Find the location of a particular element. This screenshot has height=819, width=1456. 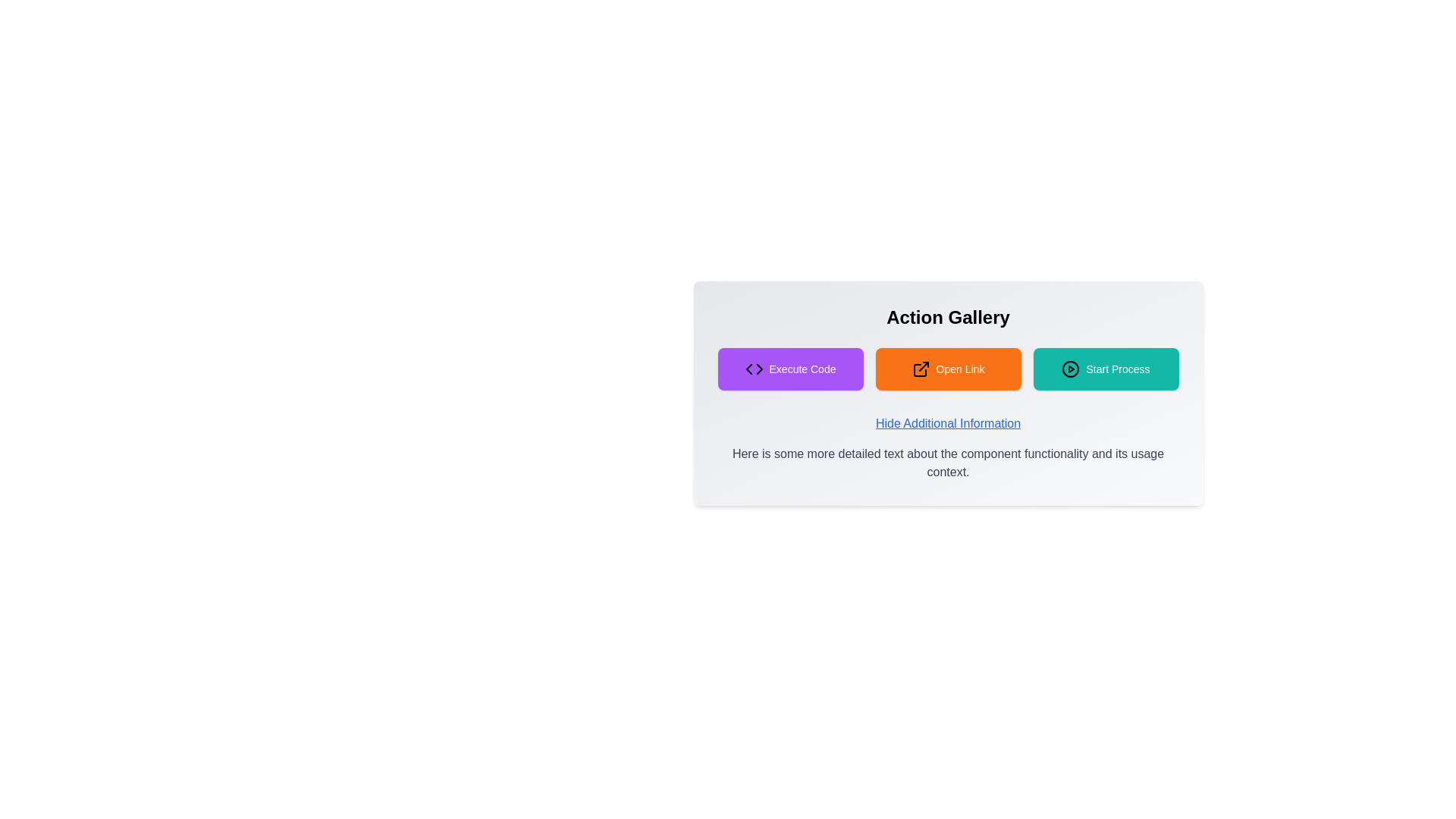

the hyperlink labeled 'Hide Additional Information' is located at coordinates (947, 424).